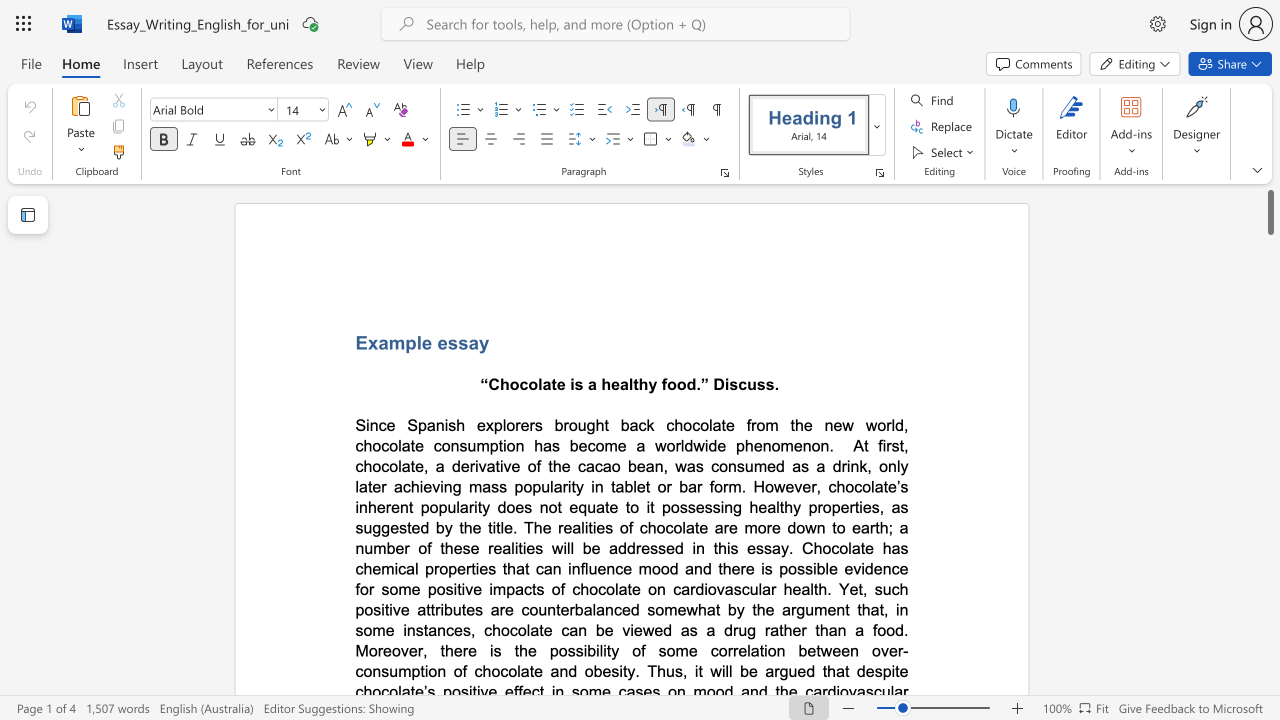 Image resolution: width=1280 pixels, height=720 pixels. Describe the element at coordinates (1269, 428) in the screenshot. I see `the scrollbar on the right` at that location.